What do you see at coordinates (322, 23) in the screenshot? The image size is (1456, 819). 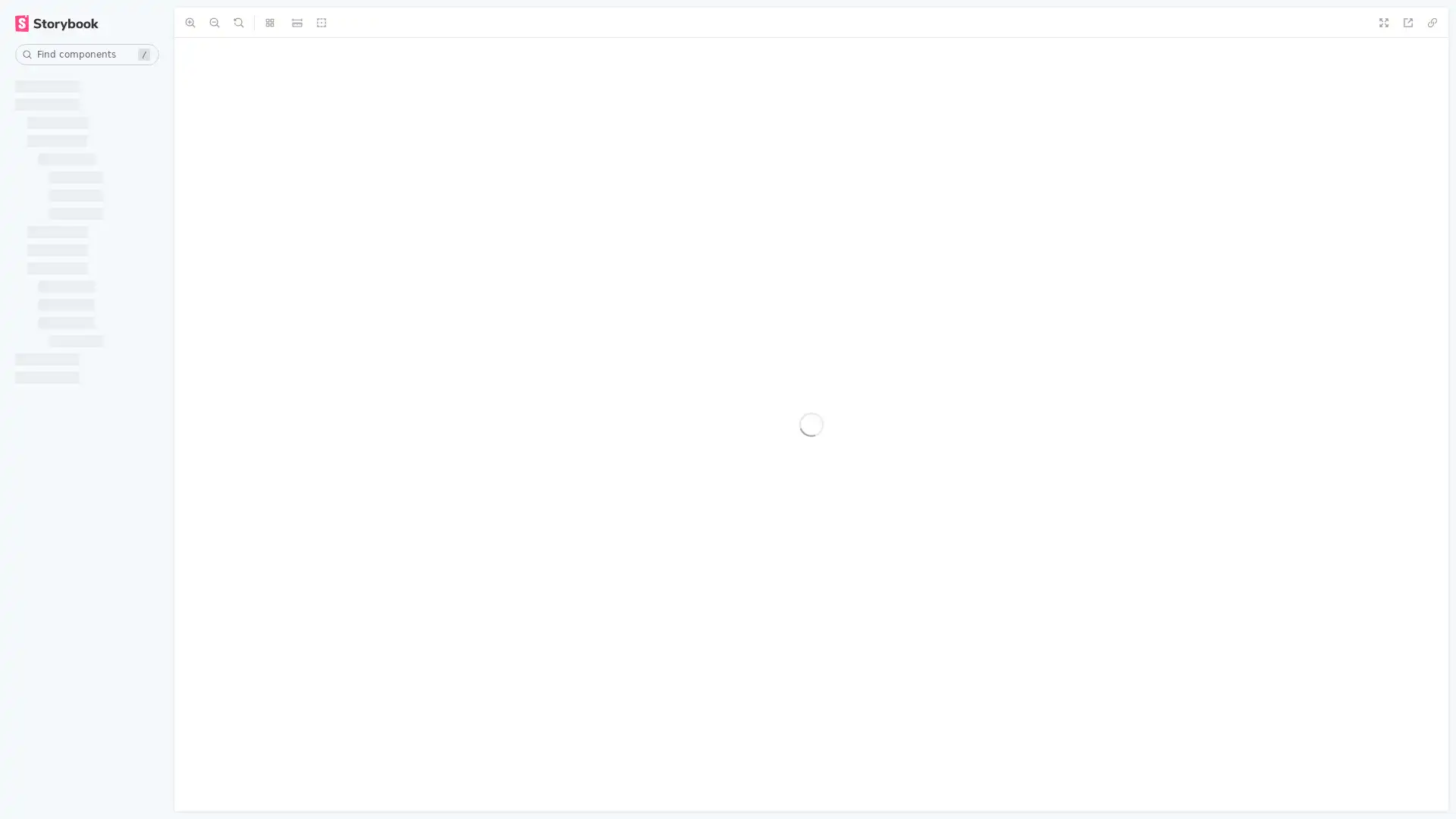 I see `Apply a grid to the preview` at bounding box center [322, 23].